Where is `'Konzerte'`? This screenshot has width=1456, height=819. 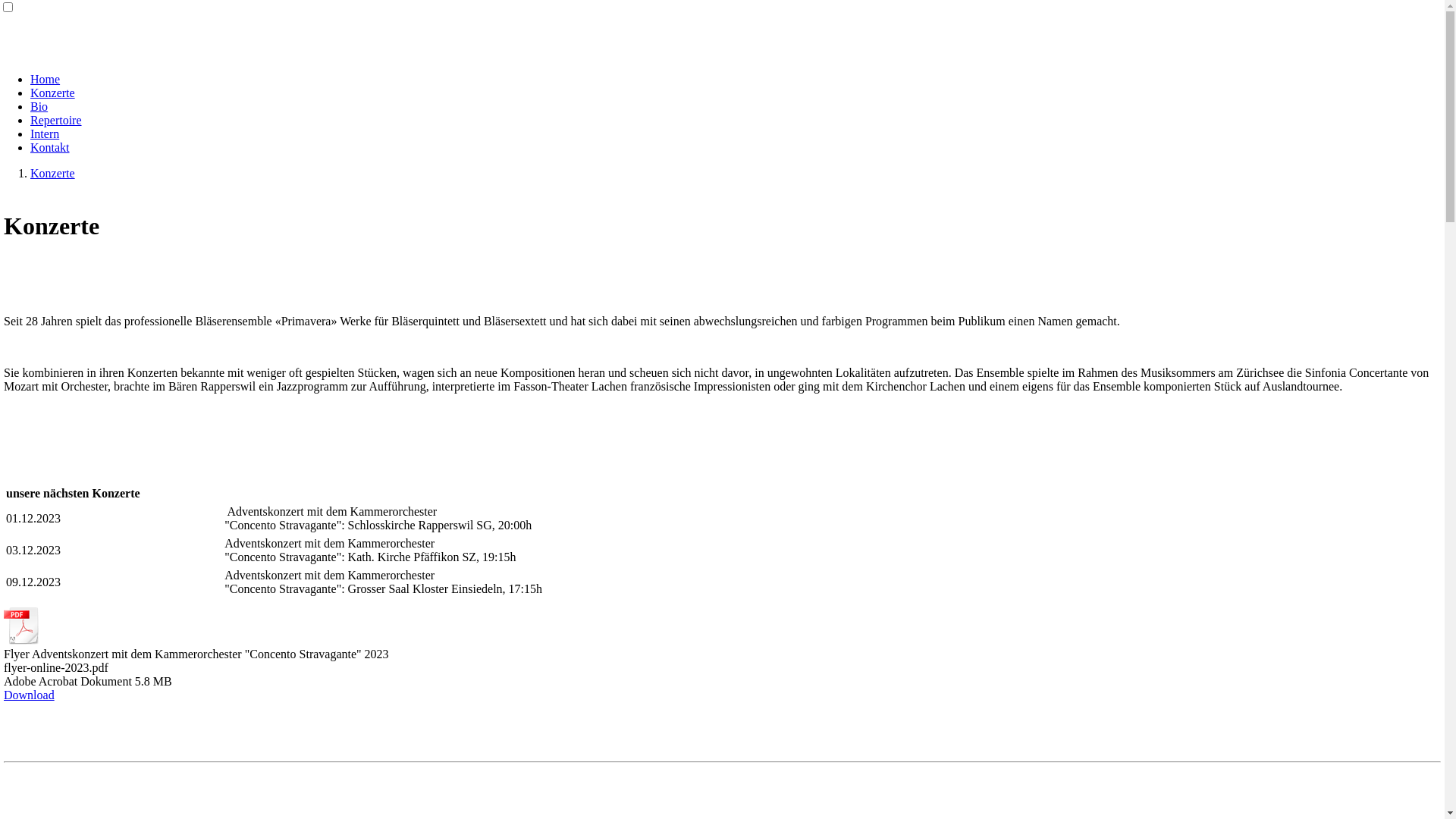 'Konzerte' is located at coordinates (52, 93).